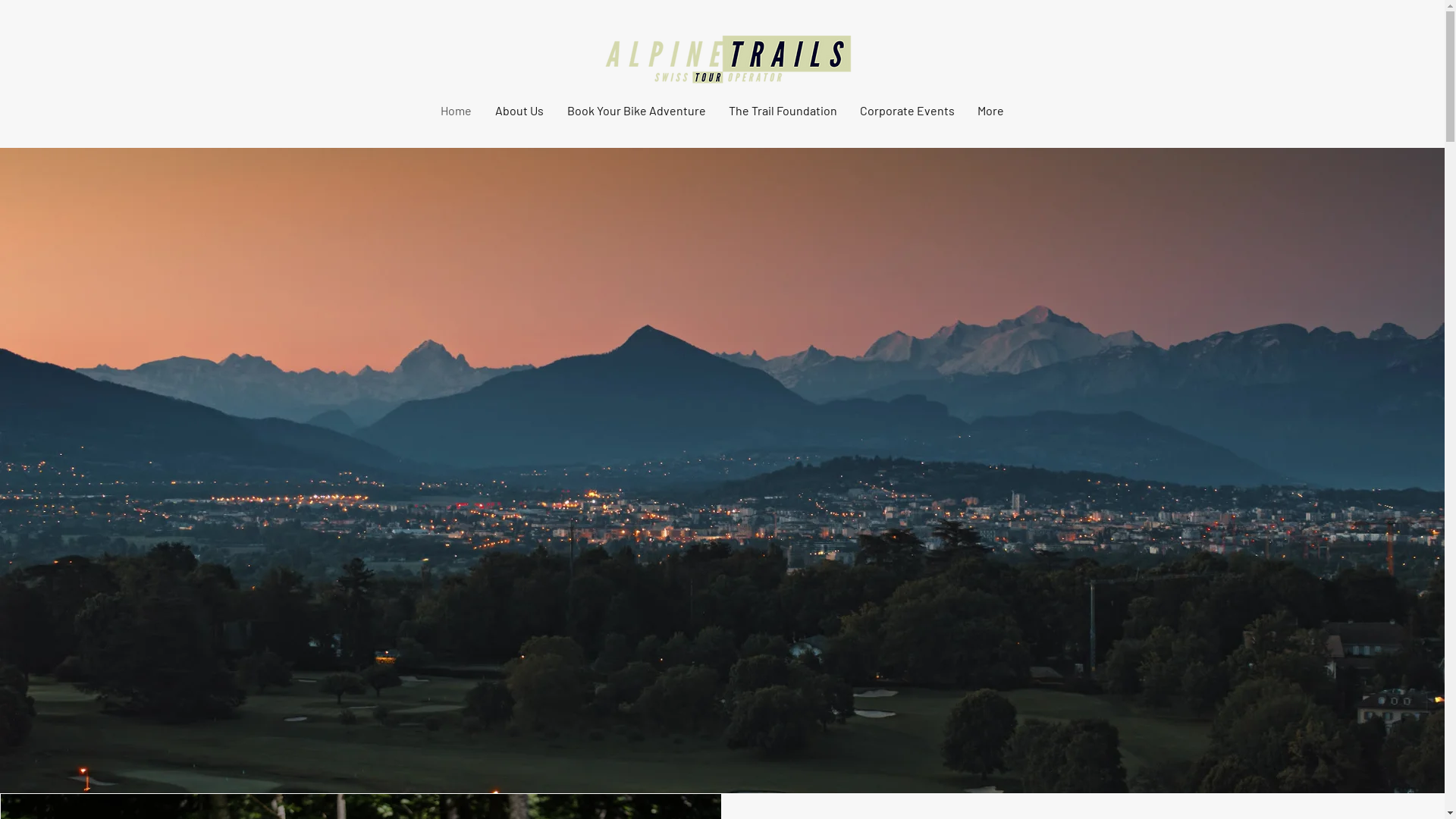 The image size is (1456, 819). Describe the element at coordinates (519, 110) in the screenshot. I see `'About Us'` at that location.